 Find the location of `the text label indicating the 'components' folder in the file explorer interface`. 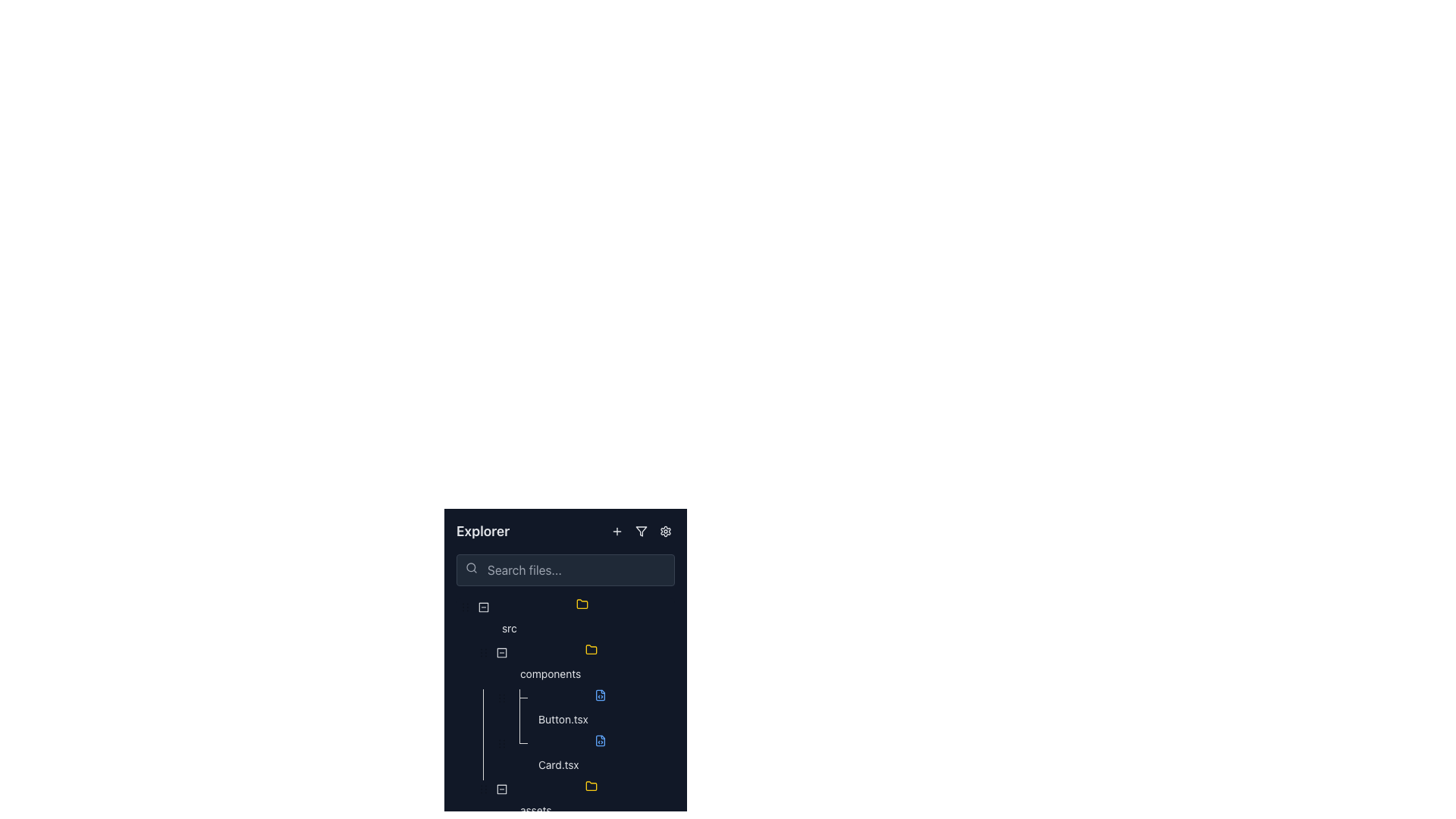

the text label indicating the 'components' folder in the file explorer interface is located at coordinates (550, 673).